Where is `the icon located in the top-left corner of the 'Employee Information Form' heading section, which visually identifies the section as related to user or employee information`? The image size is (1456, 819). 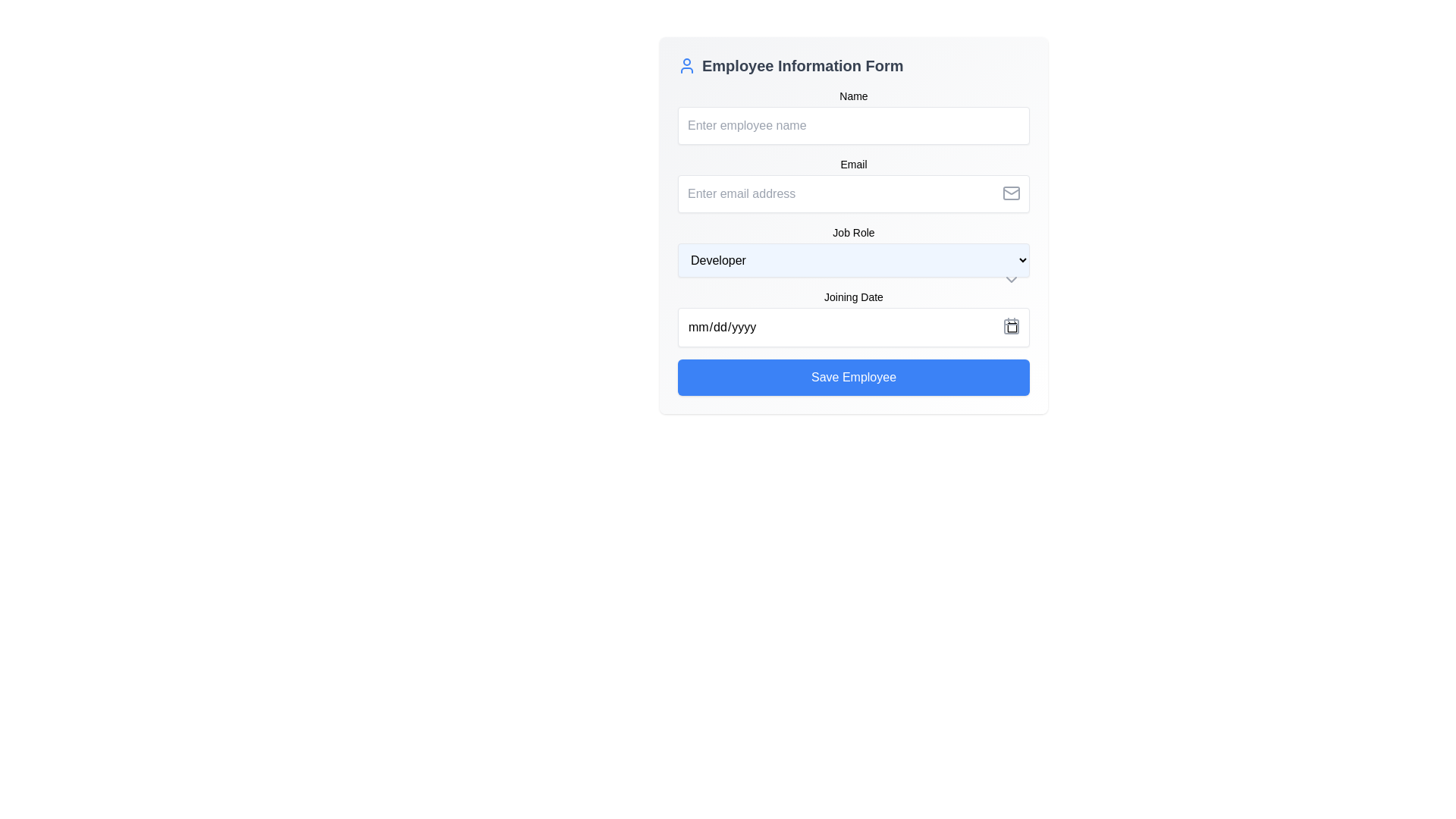
the icon located in the top-left corner of the 'Employee Information Form' heading section, which visually identifies the section as related to user or employee information is located at coordinates (686, 65).